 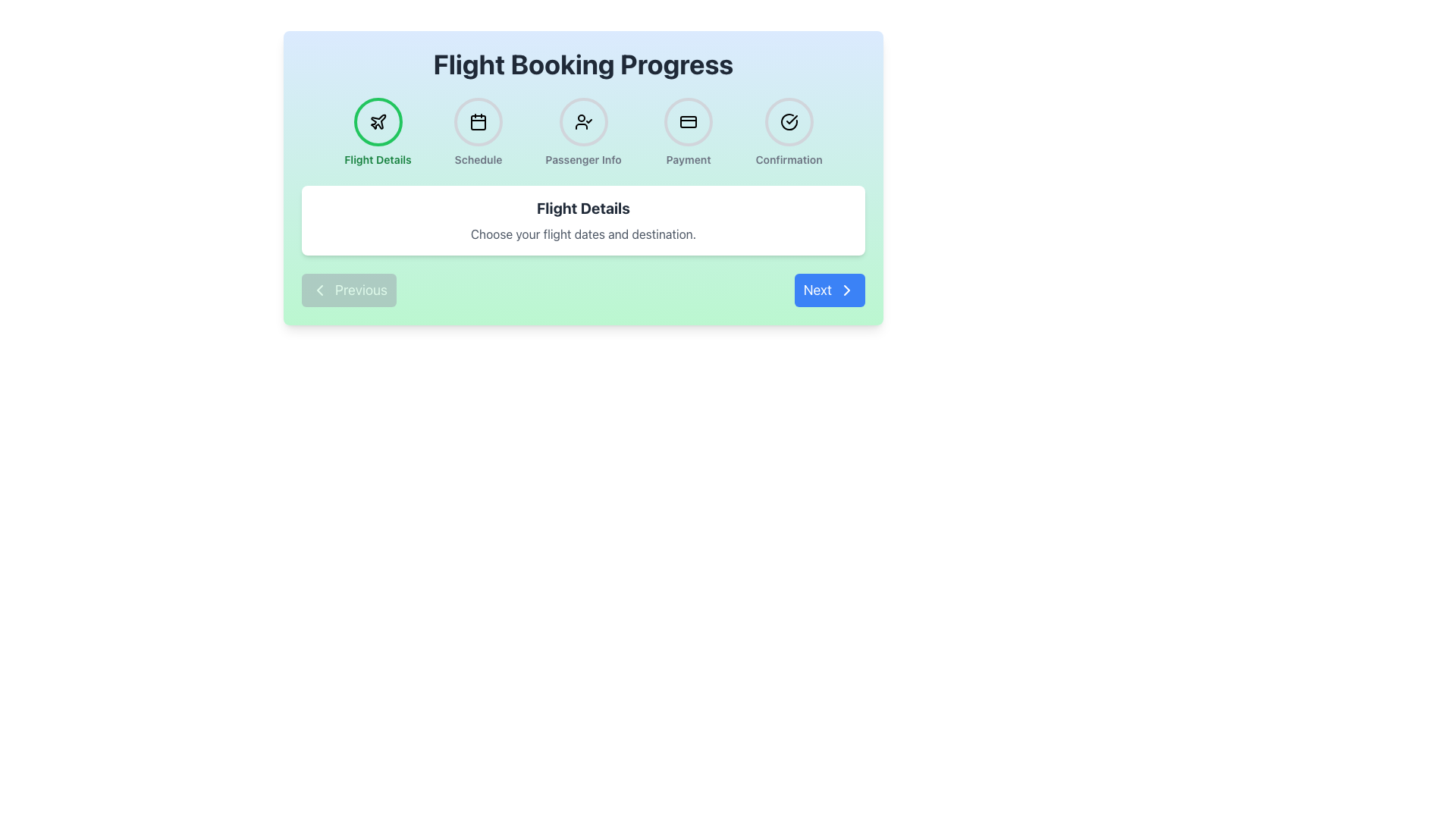 I want to click on the 'Schedule' button, which features a calendar icon with a gray border and the text 'Schedule' below it, so click(x=478, y=131).